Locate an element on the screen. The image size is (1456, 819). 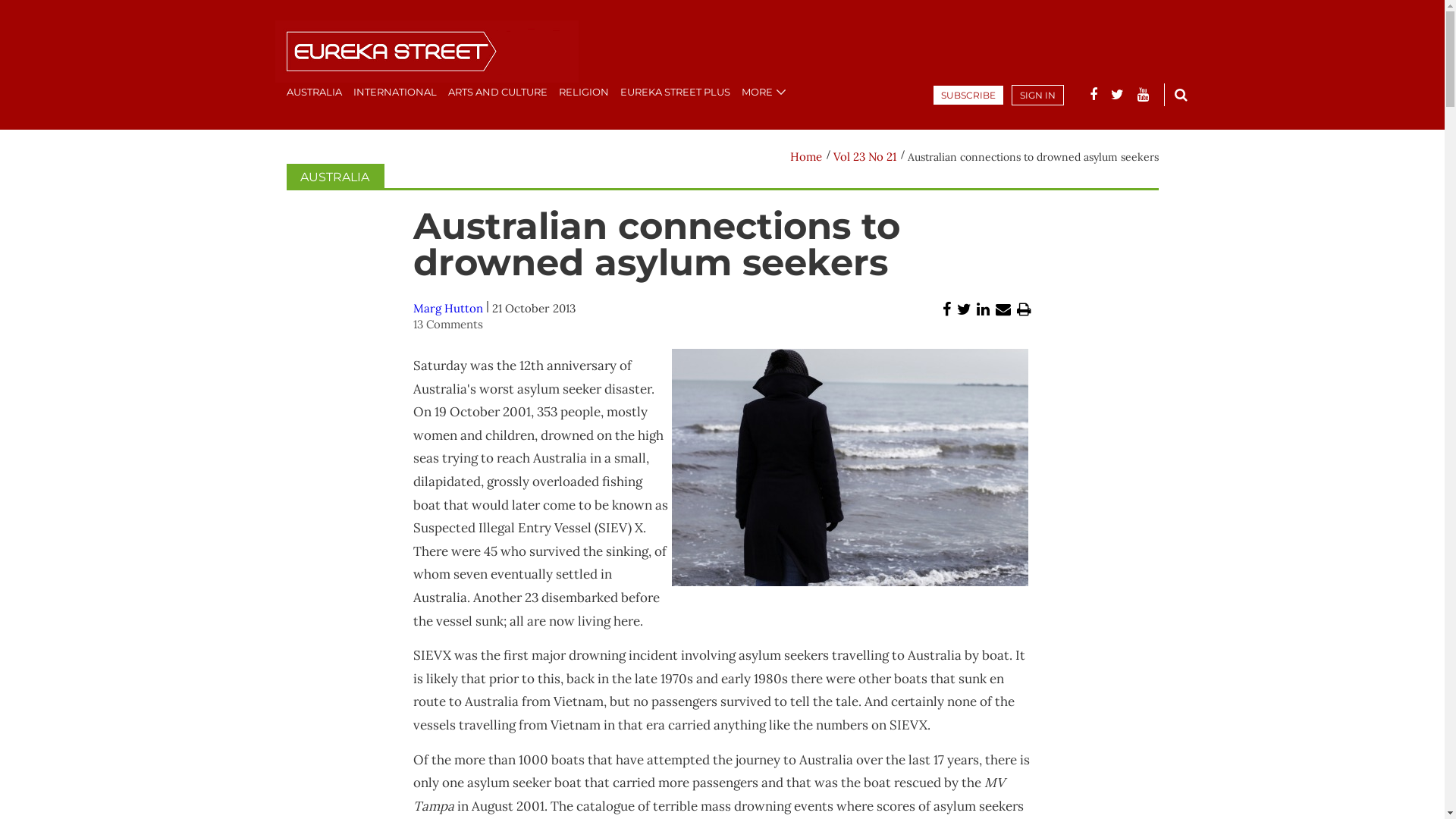
'SUBSCRIBE' is located at coordinates (967, 95).